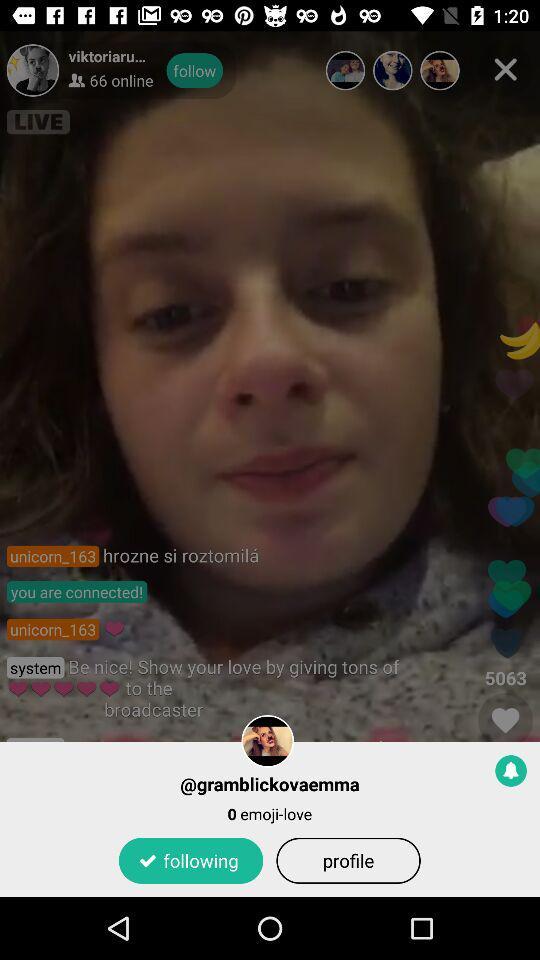 The image size is (540, 960). I want to click on notifications, so click(511, 769).